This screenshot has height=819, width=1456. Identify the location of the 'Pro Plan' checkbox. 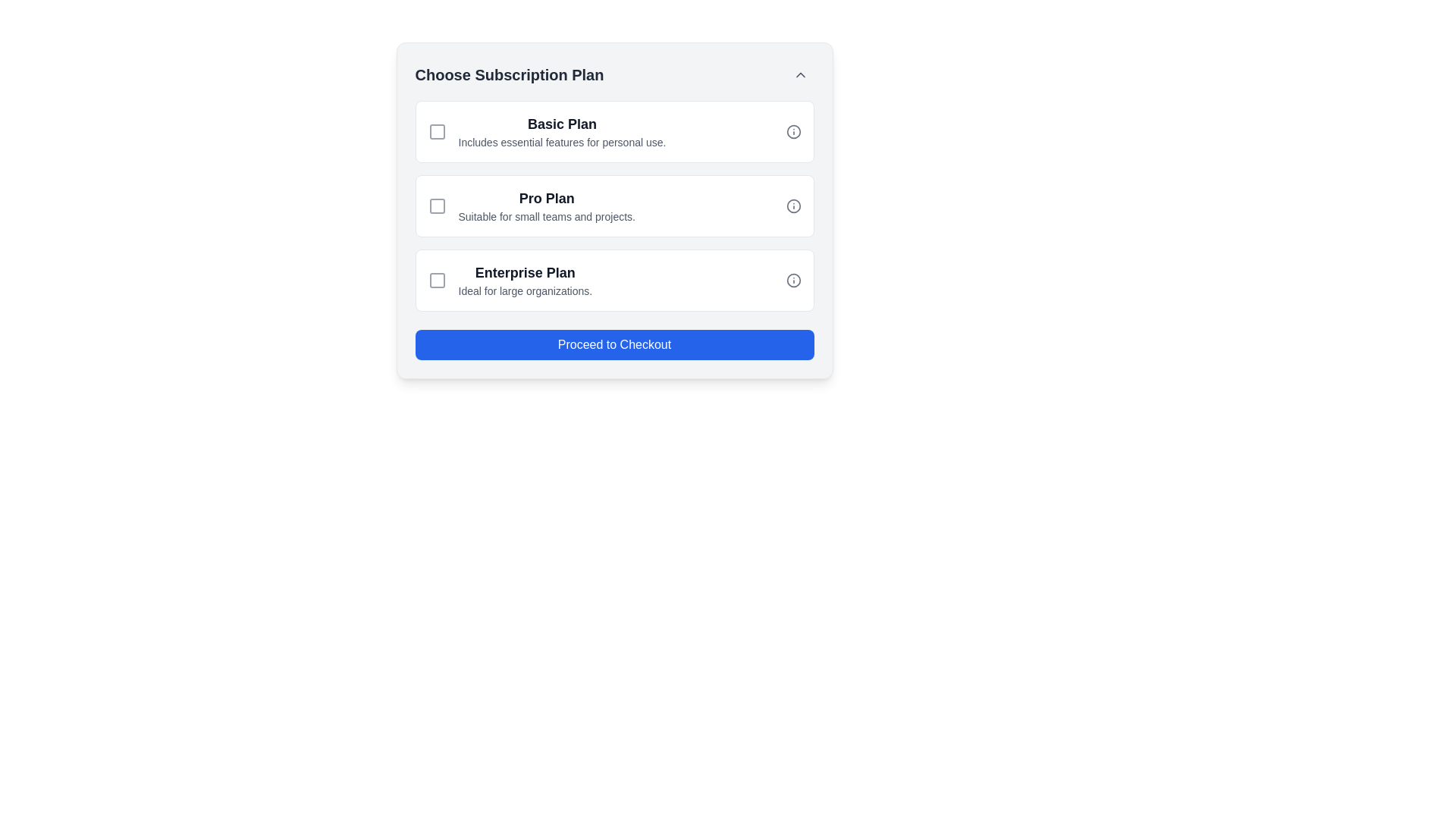
(436, 206).